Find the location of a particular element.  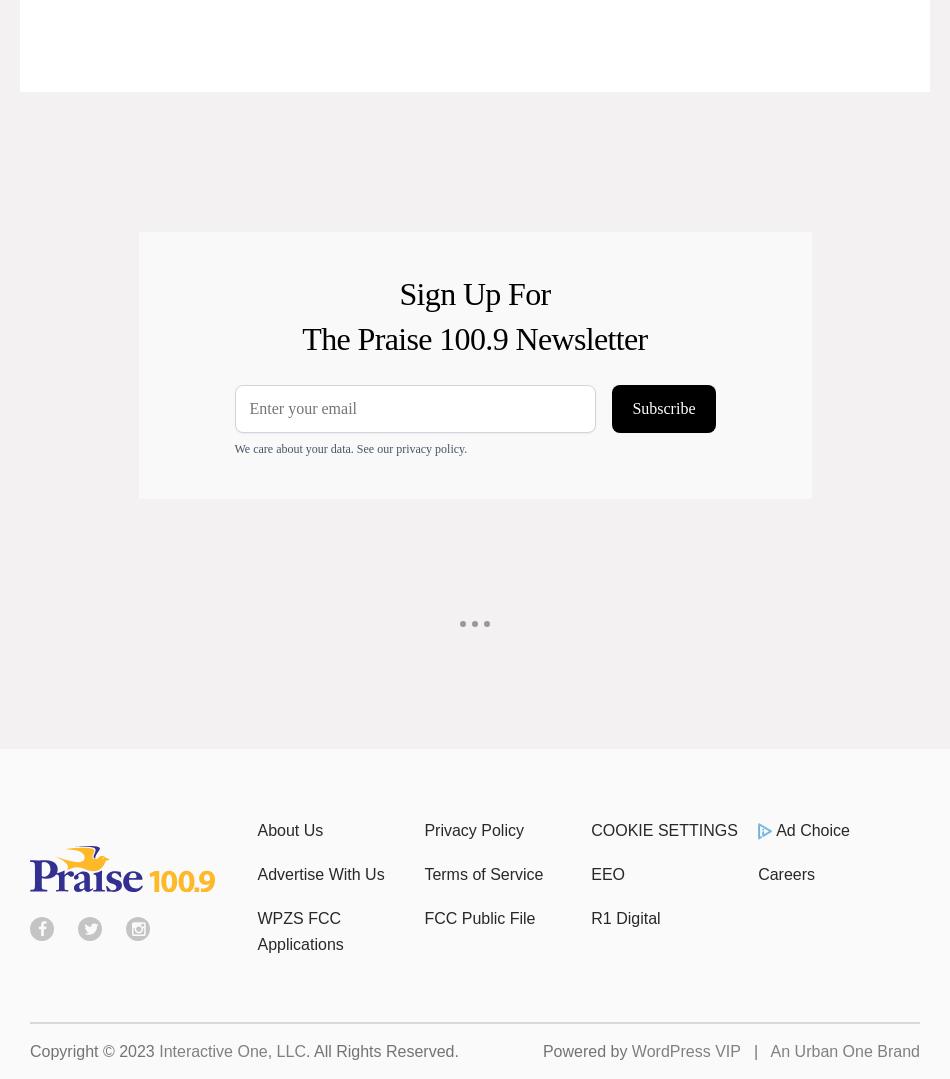

'EEO' is located at coordinates (608, 873).